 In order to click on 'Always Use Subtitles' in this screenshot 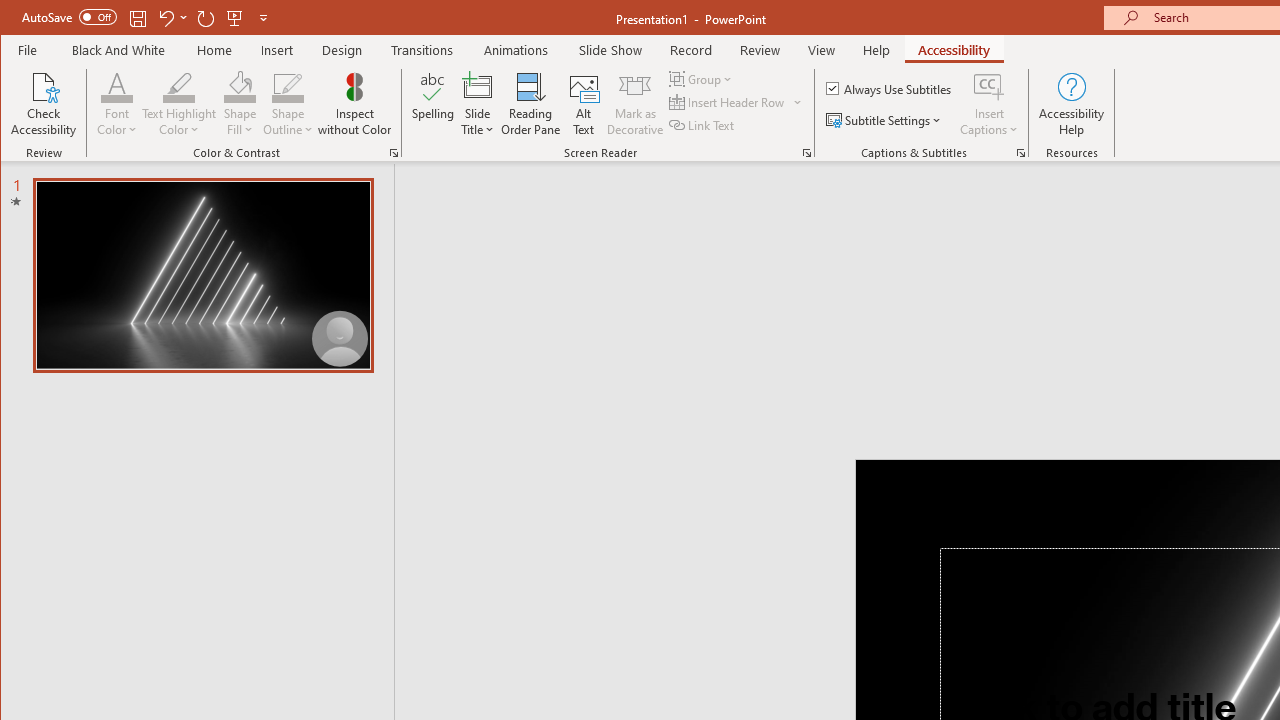, I will do `click(889, 87)`.